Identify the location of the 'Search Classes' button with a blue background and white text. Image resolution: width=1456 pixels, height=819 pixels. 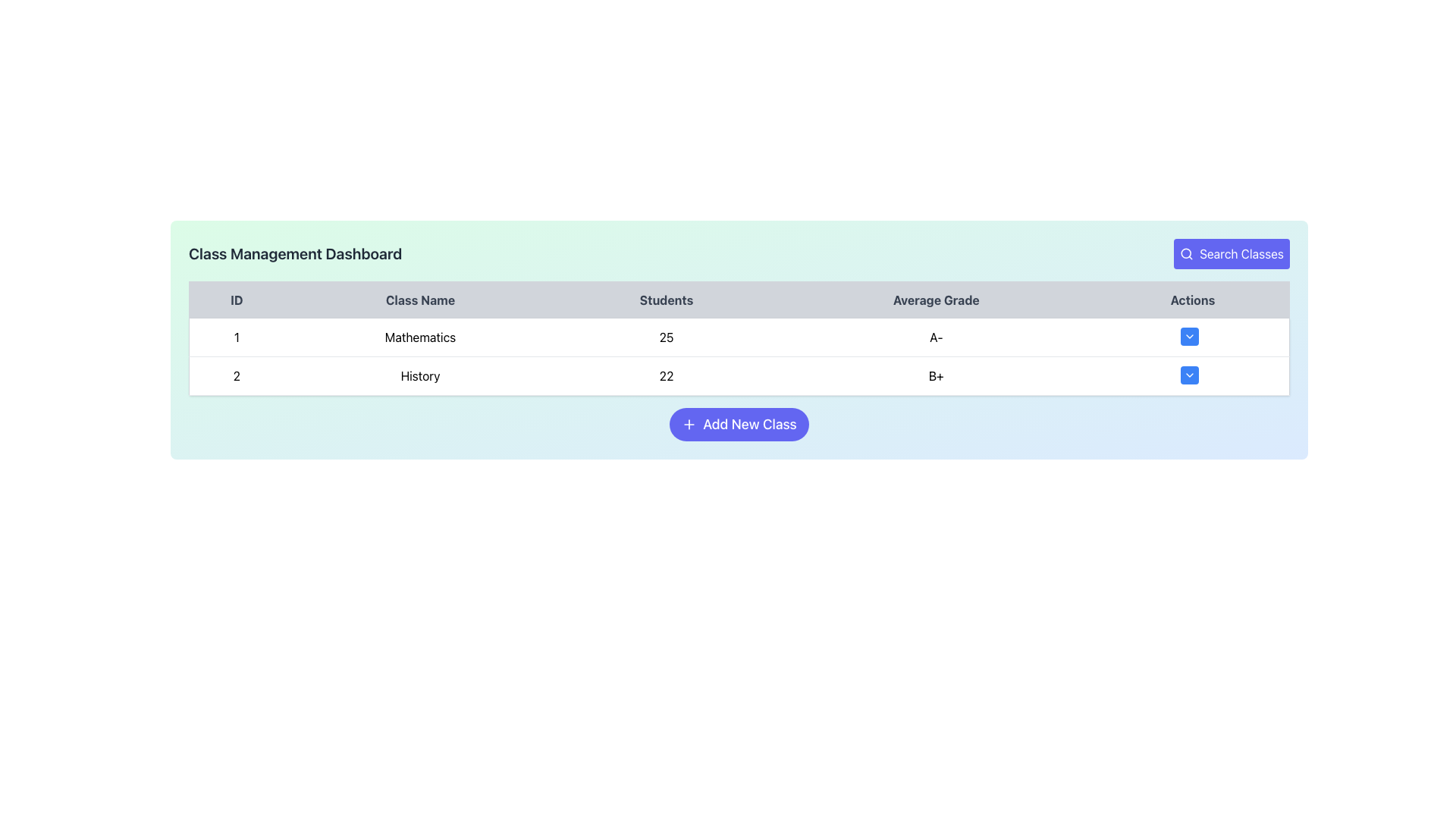
(1232, 253).